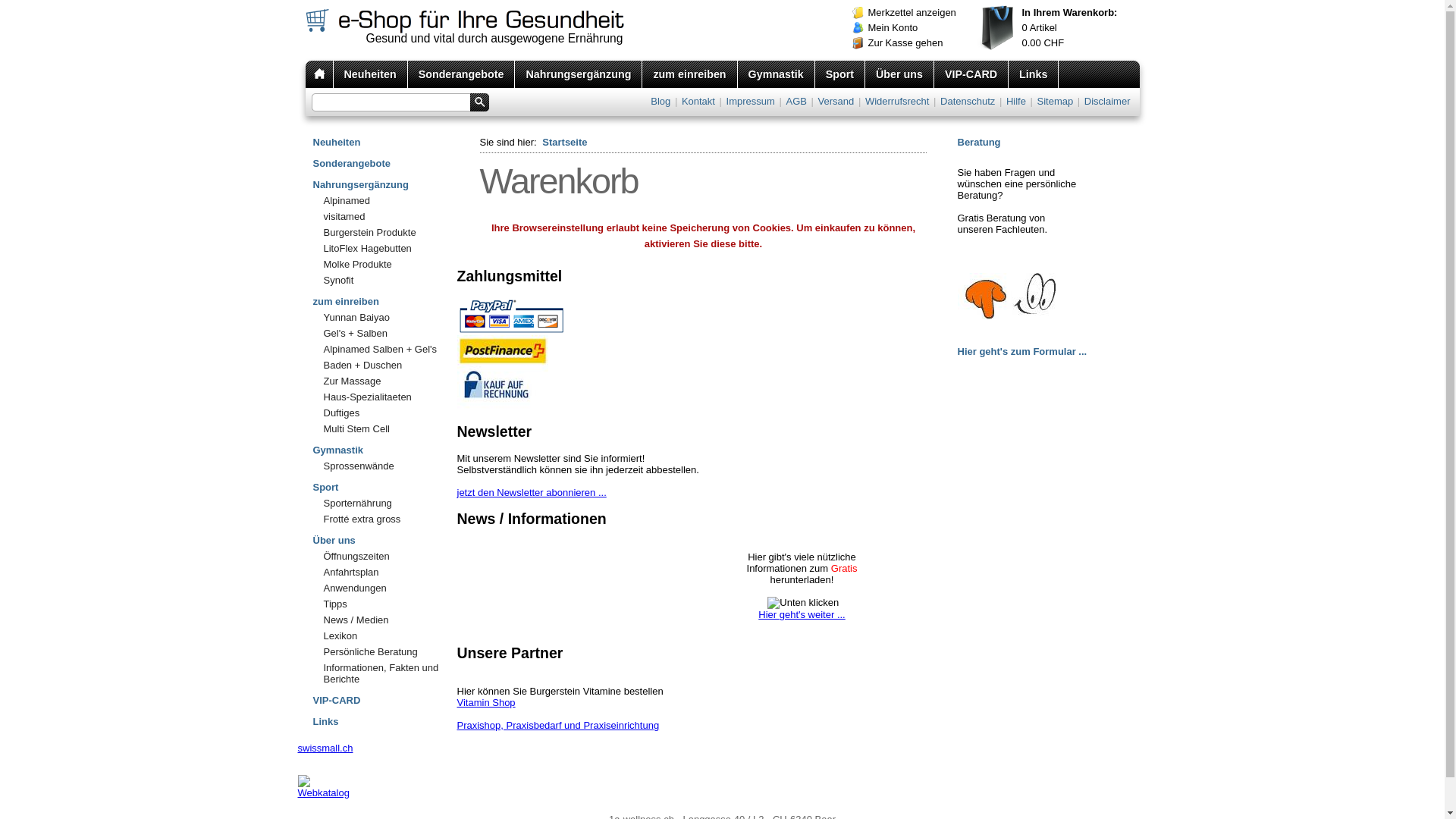 The width and height of the screenshot is (1456, 819). Describe the element at coordinates (1004, 101) in the screenshot. I see `'Hilfe'` at that location.